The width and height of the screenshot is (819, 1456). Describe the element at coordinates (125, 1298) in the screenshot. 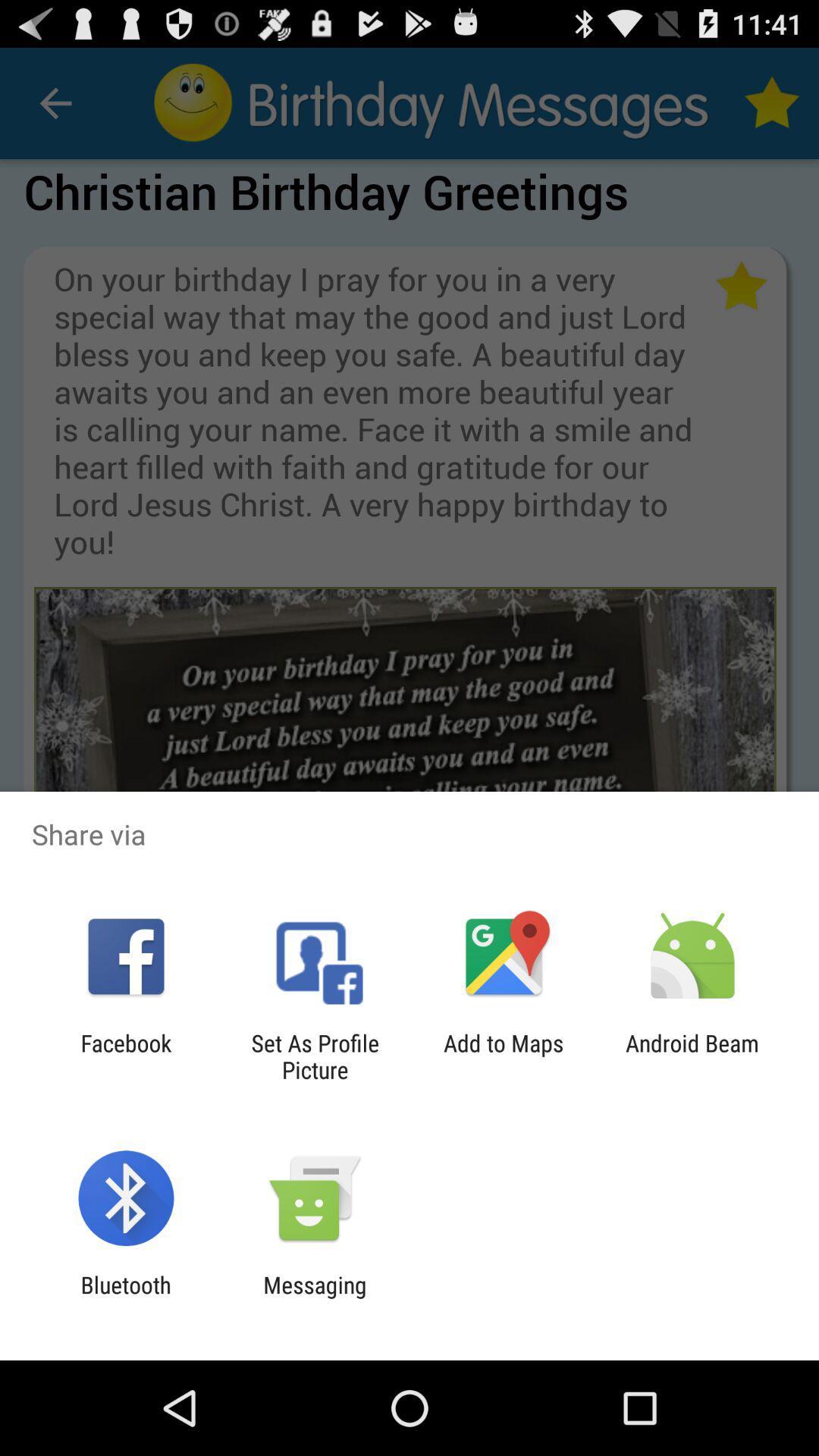

I see `icon to the left of the messaging app` at that location.